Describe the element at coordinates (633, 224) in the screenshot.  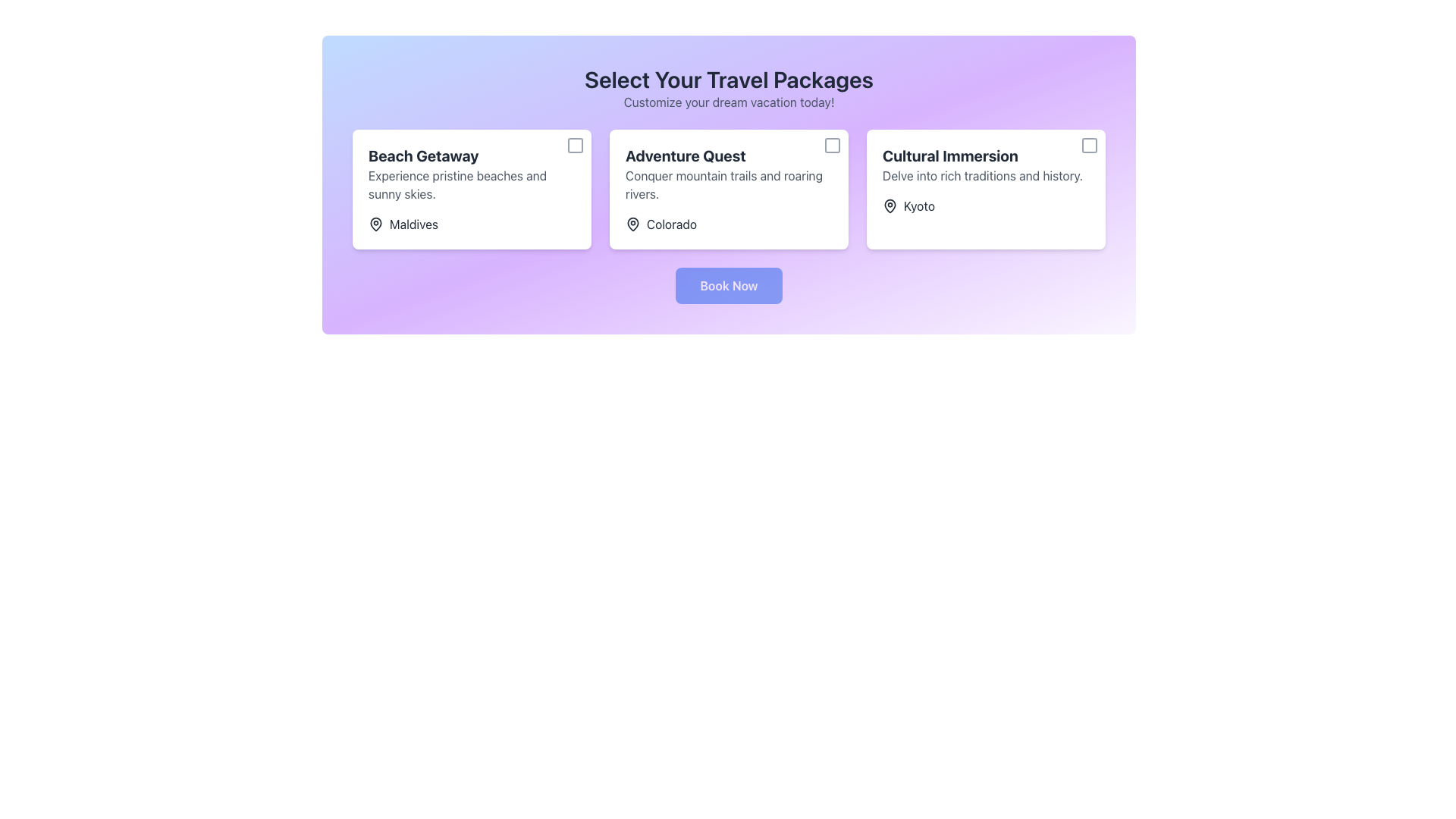
I see `the pin-shaped icon located to the left of the text 'Colorado' in the 'Adventure Quest' card of the travel package selection interface` at that location.